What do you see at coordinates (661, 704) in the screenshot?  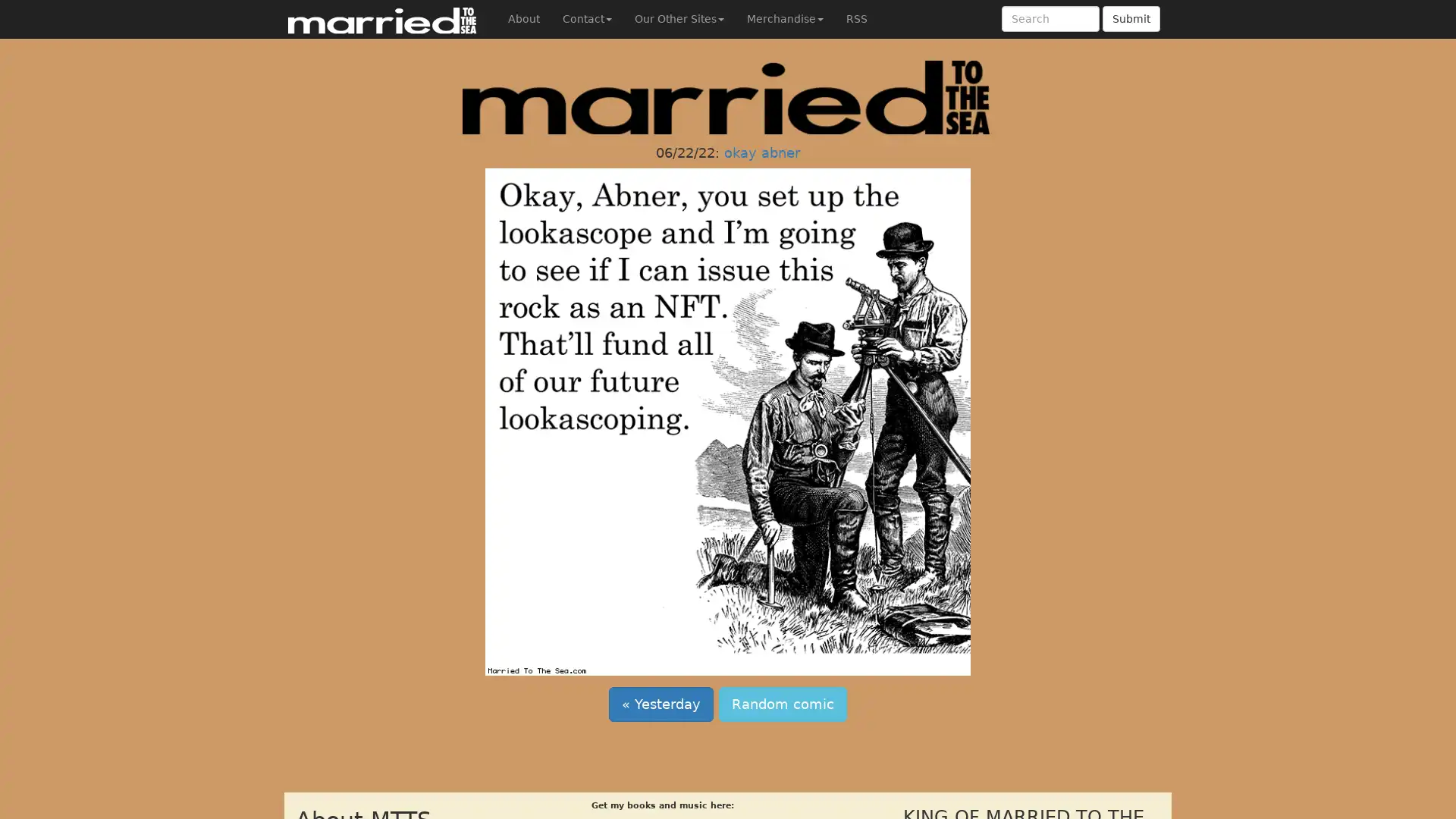 I see `Yesterday` at bounding box center [661, 704].